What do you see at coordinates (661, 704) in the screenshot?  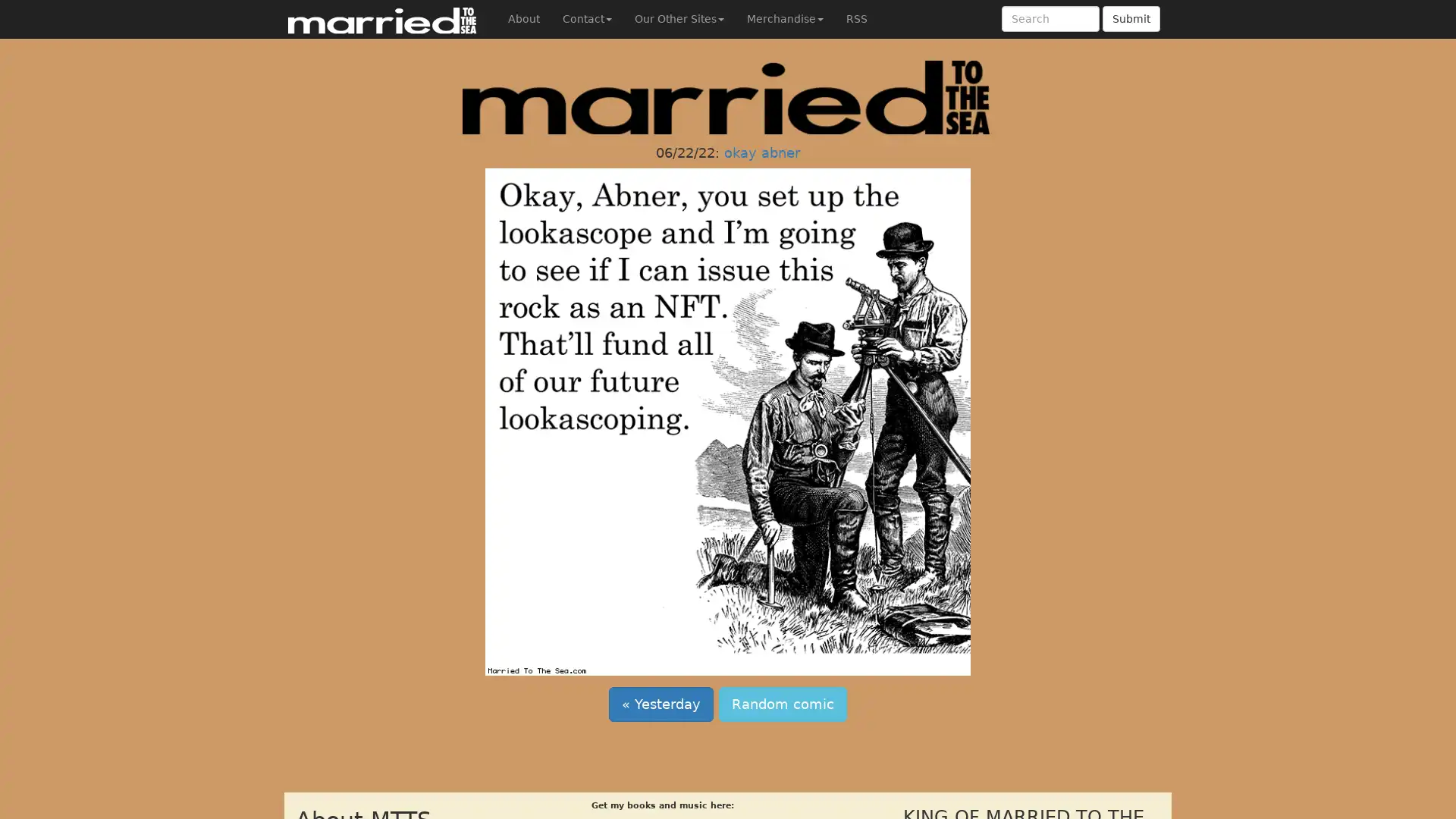 I see `Yesterday` at bounding box center [661, 704].